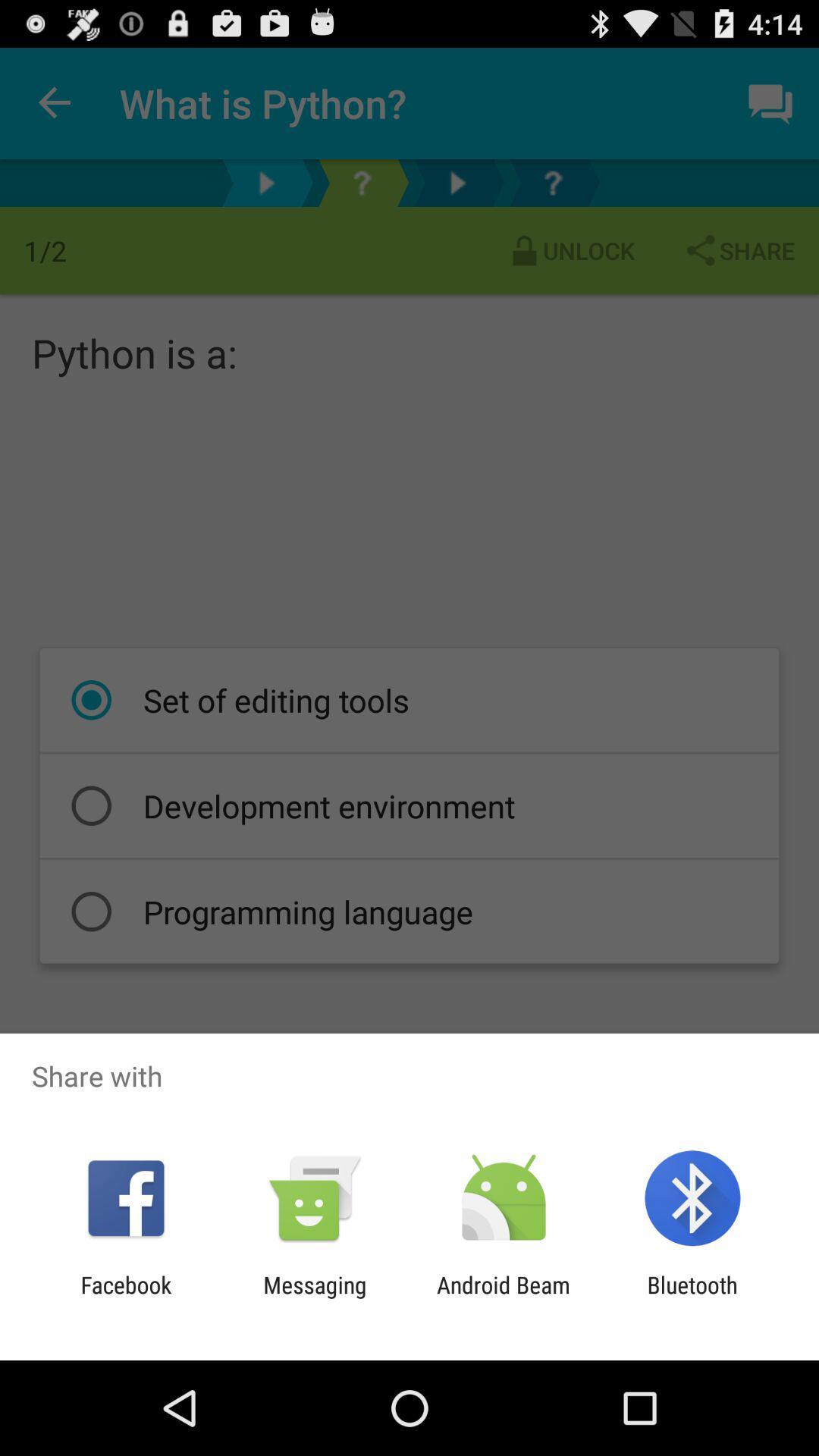 The image size is (819, 1456). What do you see at coordinates (504, 1298) in the screenshot?
I see `the android beam` at bounding box center [504, 1298].